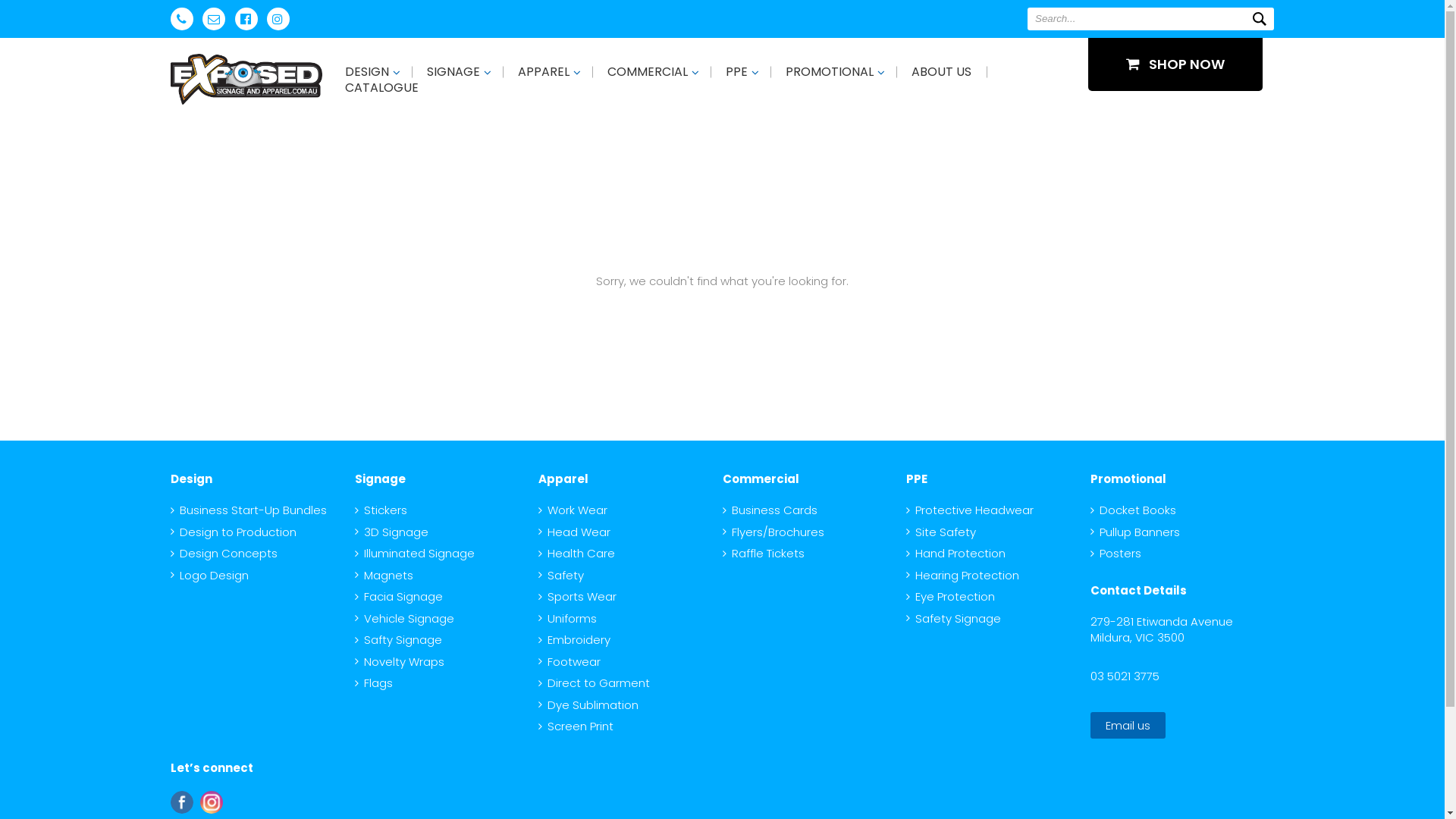 This screenshot has height=819, width=1456. What do you see at coordinates (1128, 479) in the screenshot?
I see `'Promotional'` at bounding box center [1128, 479].